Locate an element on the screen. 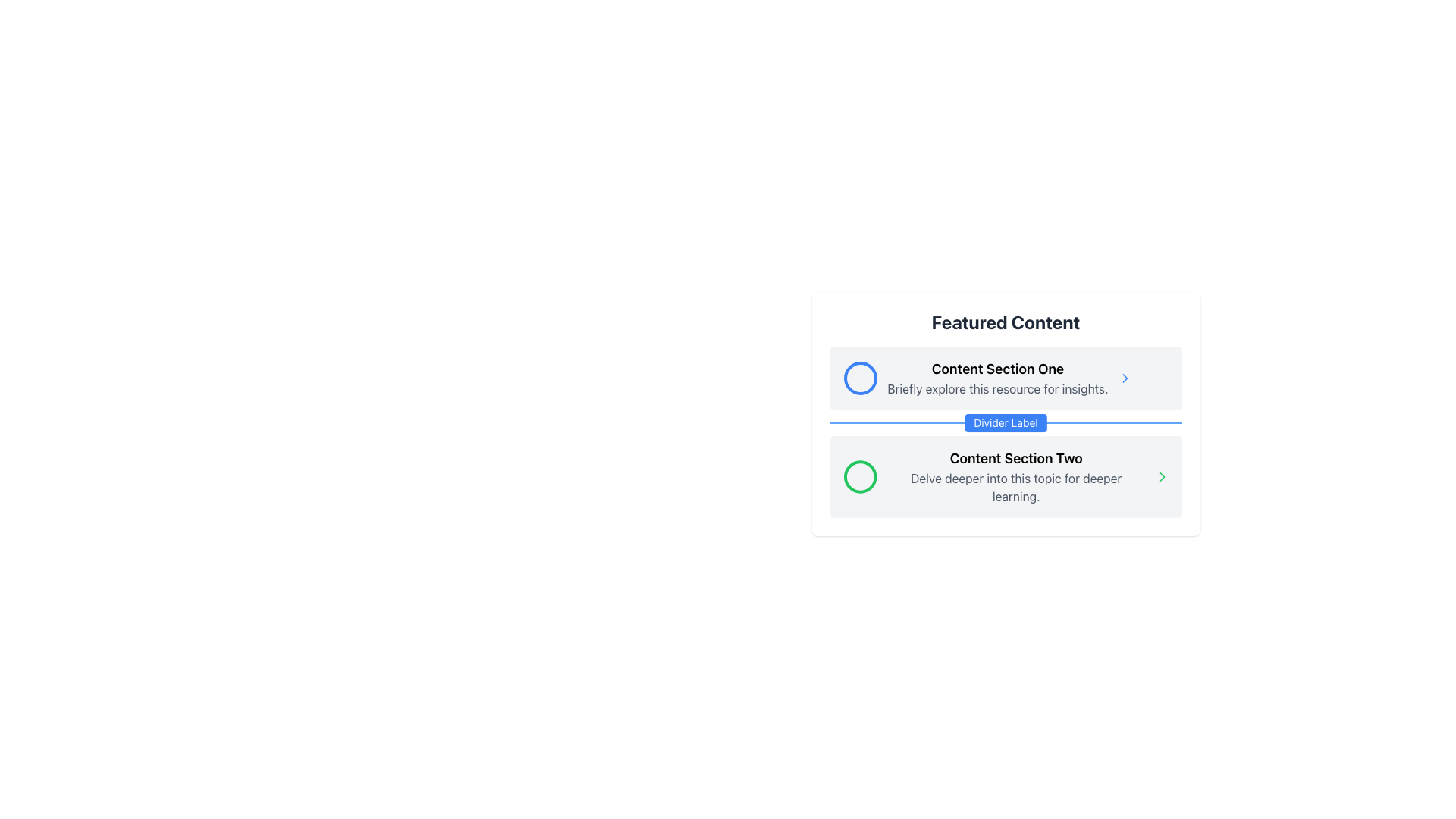 This screenshot has width=1456, height=819. the decorated horizontal divider labeled 'Content Section One' and 'Content Section Two', which serves as a visual separator between these sections is located at coordinates (1006, 423).